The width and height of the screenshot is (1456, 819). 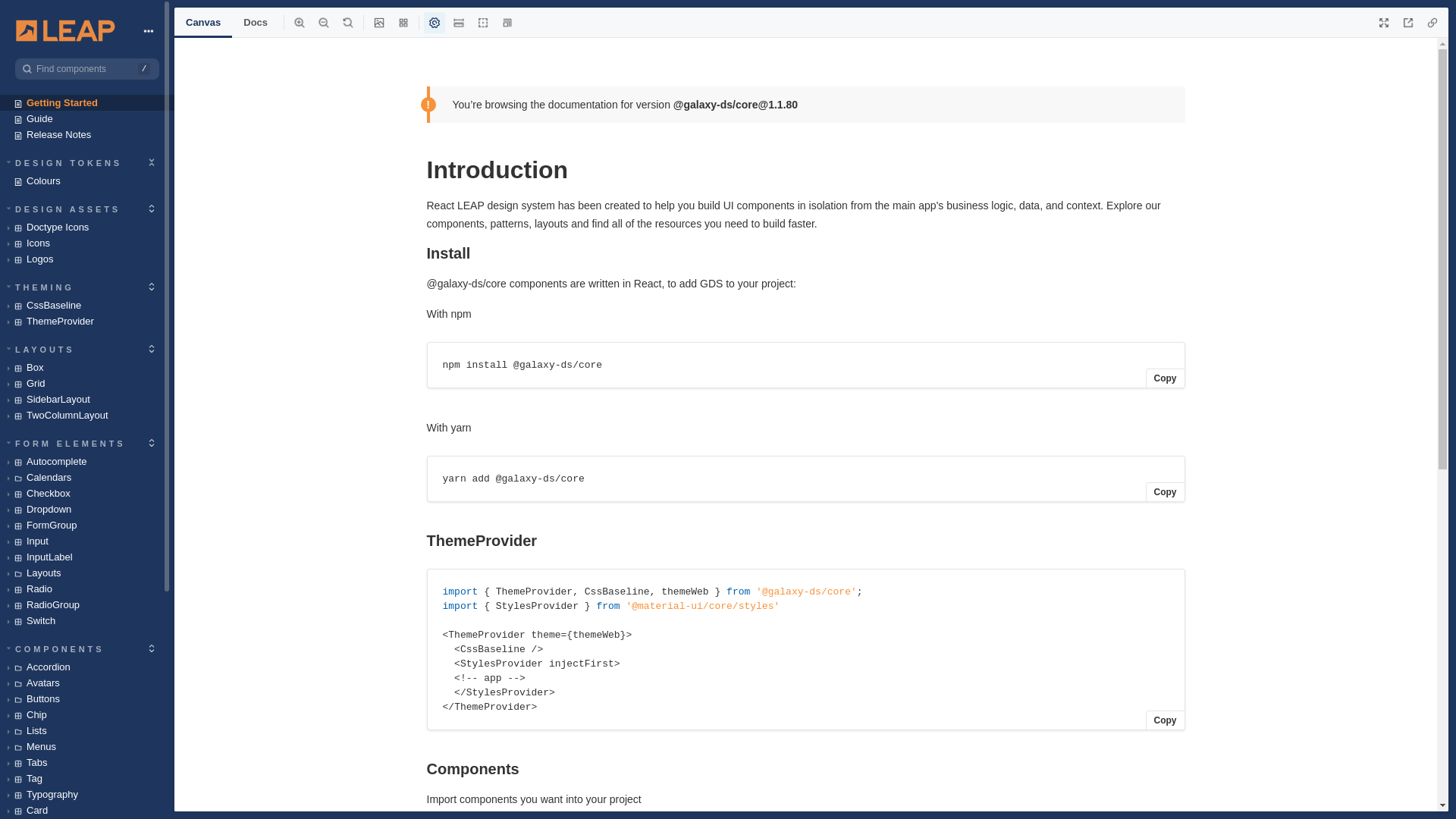 I want to click on 'InputLabel', so click(x=86, y=557).